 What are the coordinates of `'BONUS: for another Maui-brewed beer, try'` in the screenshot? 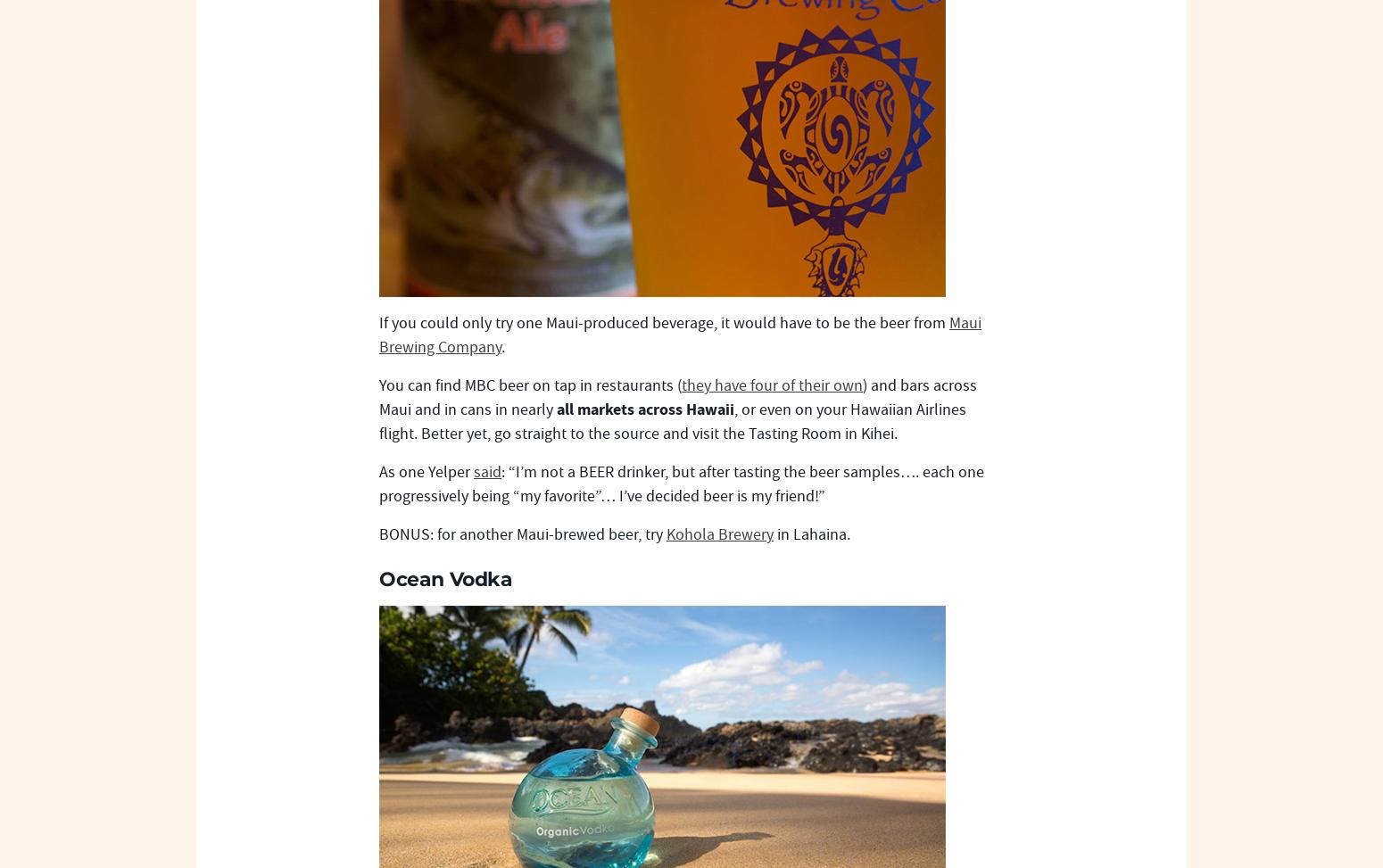 It's located at (379, 534).